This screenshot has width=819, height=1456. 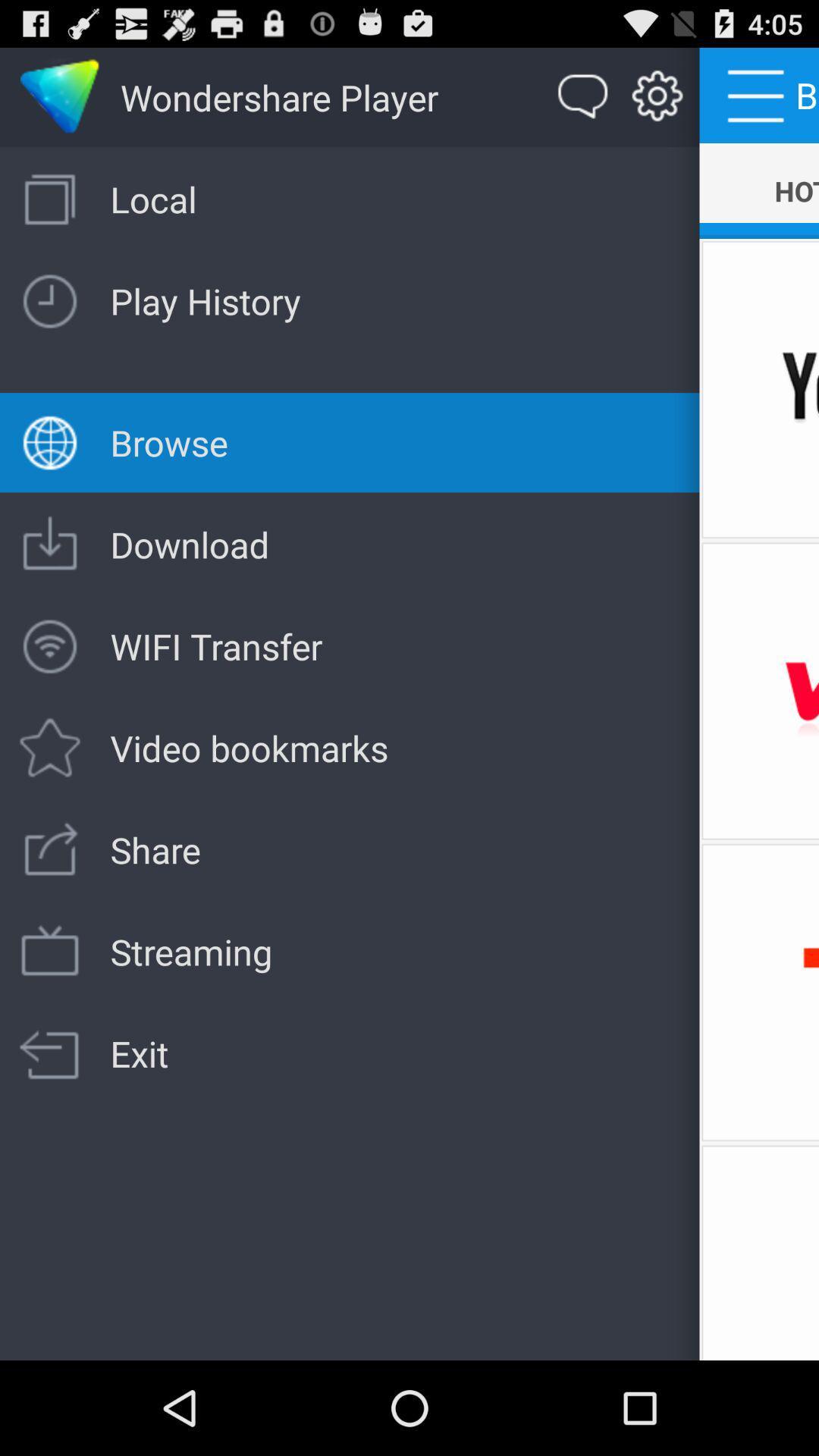 What do you see at coordinates (582, 96) in the screenshot?
I see `the item above the local icon` at bounding box center [582, 96].